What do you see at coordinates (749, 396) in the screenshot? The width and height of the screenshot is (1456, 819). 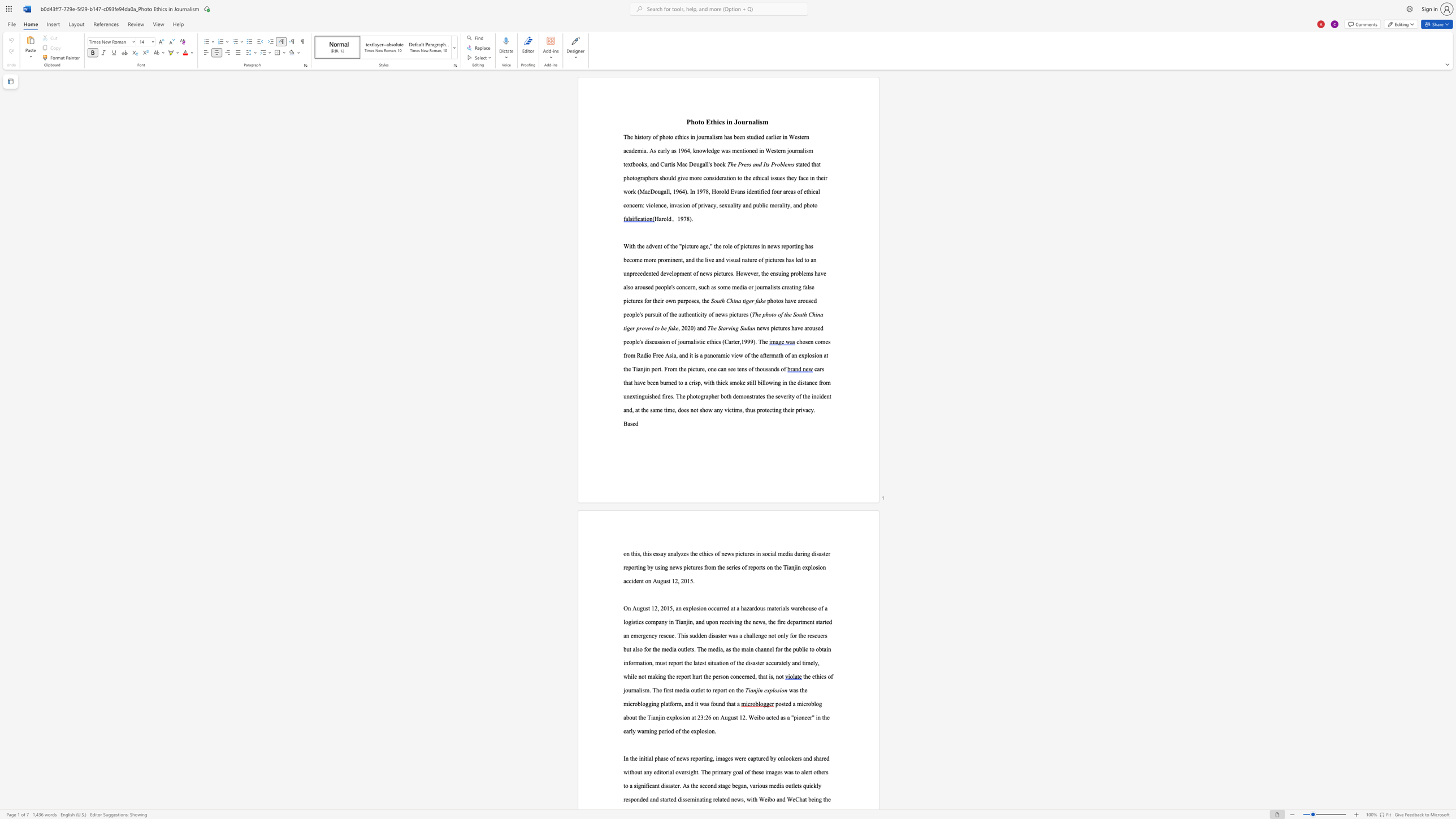 I see `the subset text "stra" within the text "demonstrates"` at bounding box center [749, 396].